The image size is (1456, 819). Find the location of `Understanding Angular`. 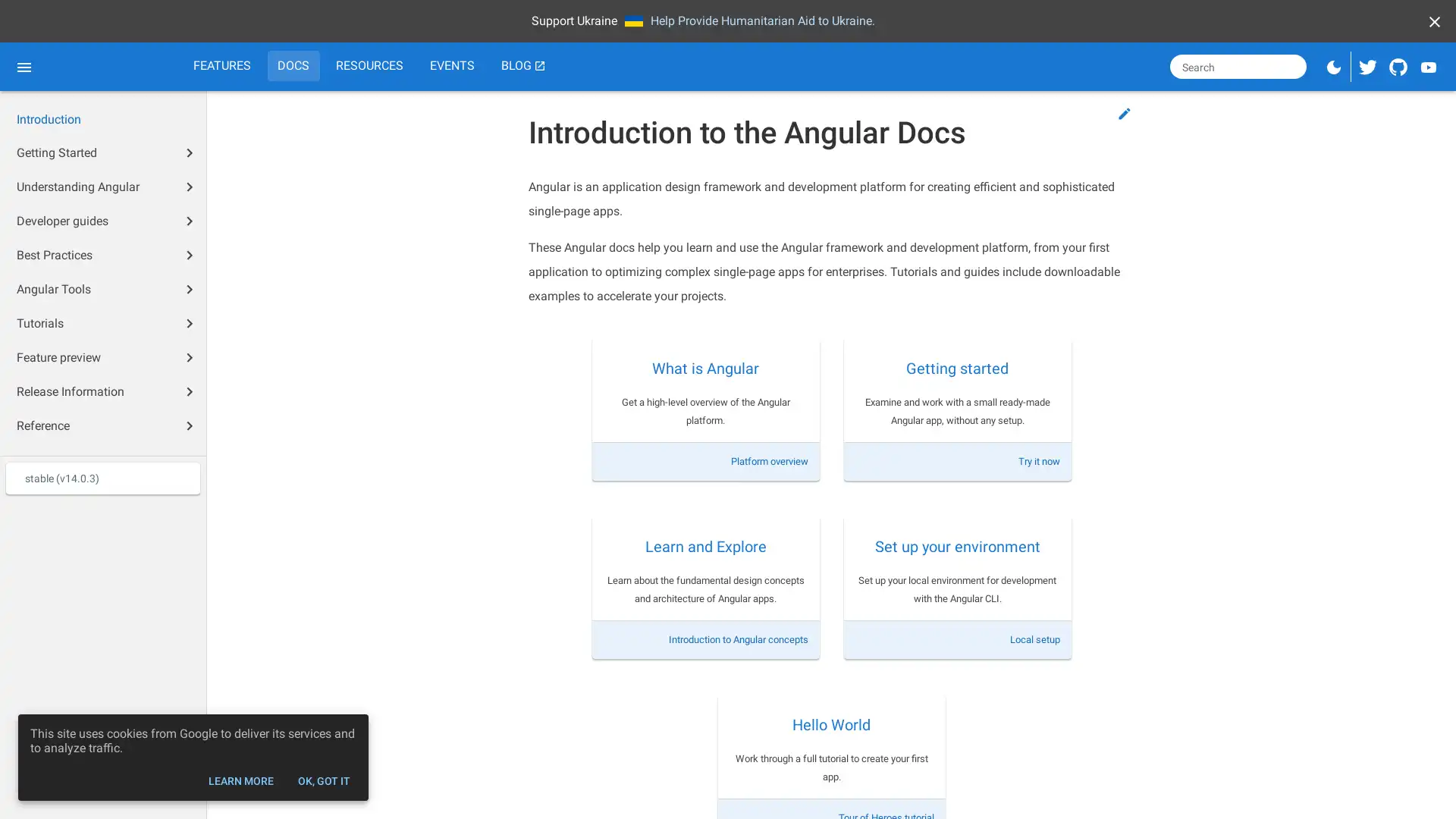

Understanding Angular is located at coordinates (102, 186).